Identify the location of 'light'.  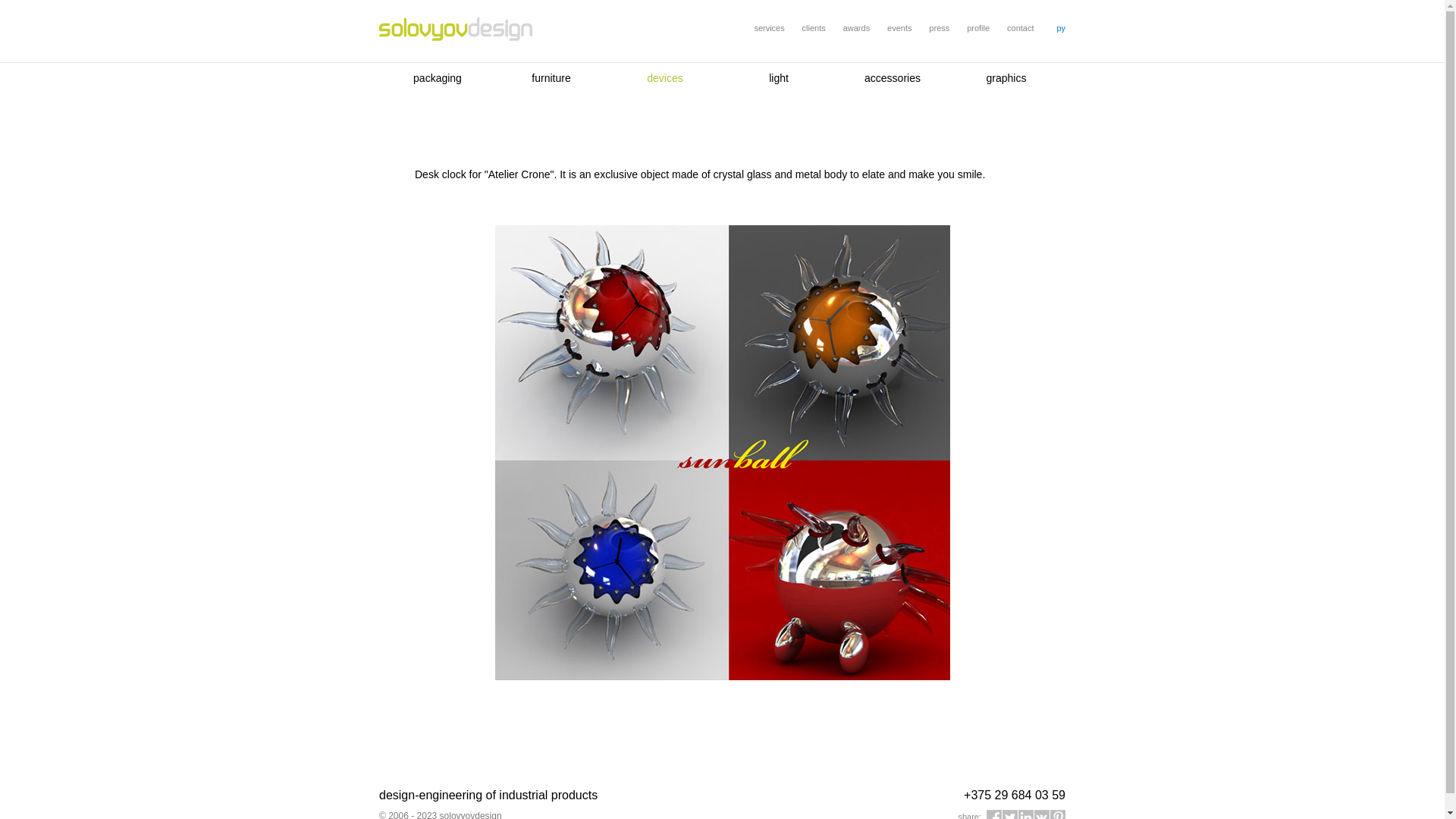
(779, 78).